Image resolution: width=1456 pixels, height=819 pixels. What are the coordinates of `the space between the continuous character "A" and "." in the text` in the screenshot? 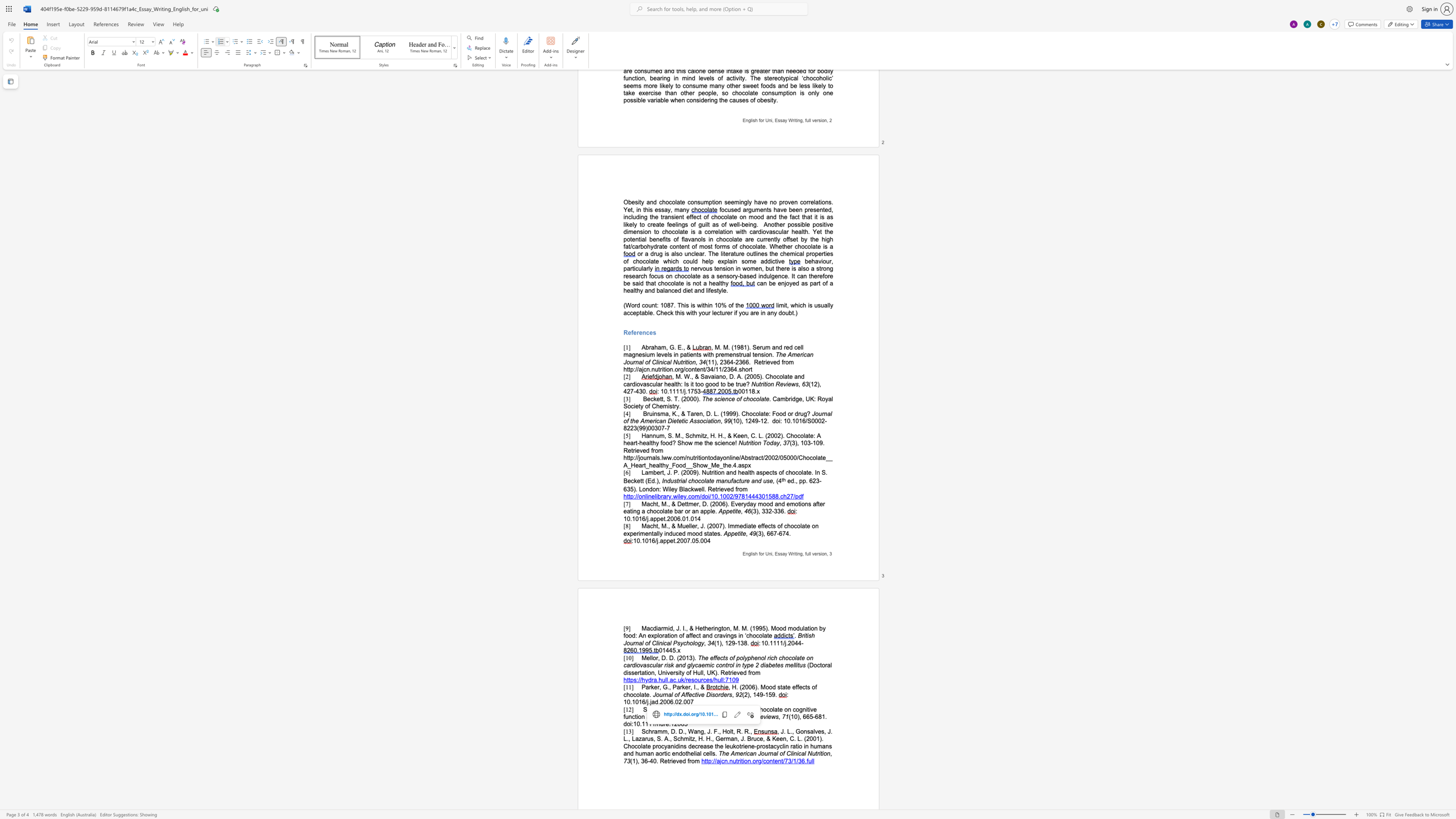 It's located at (671, 709).